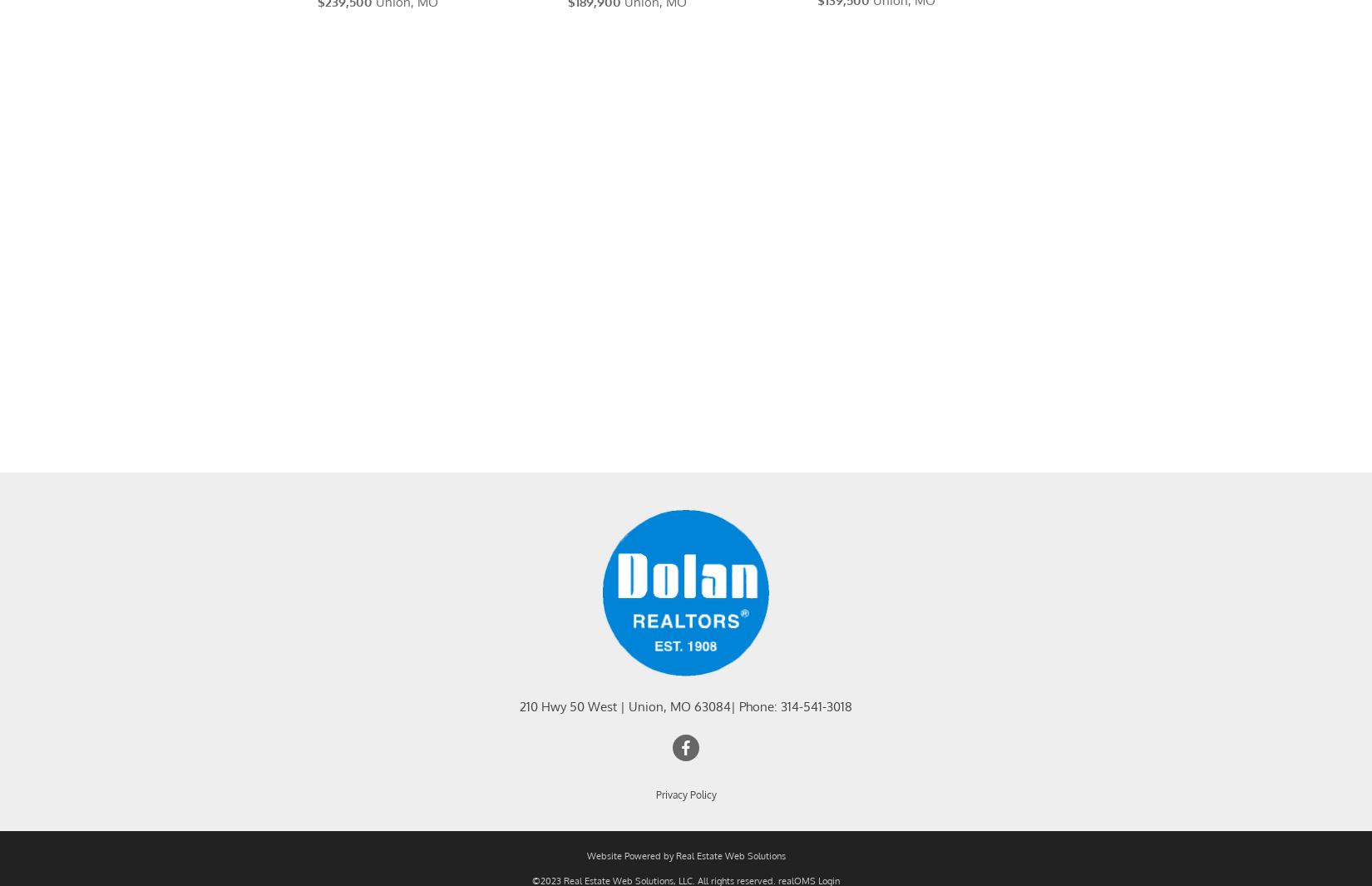  What do you see at coordinates (843, 20) in the screenshot?
I see `'$139,500'` at bounding box center [843, 20].